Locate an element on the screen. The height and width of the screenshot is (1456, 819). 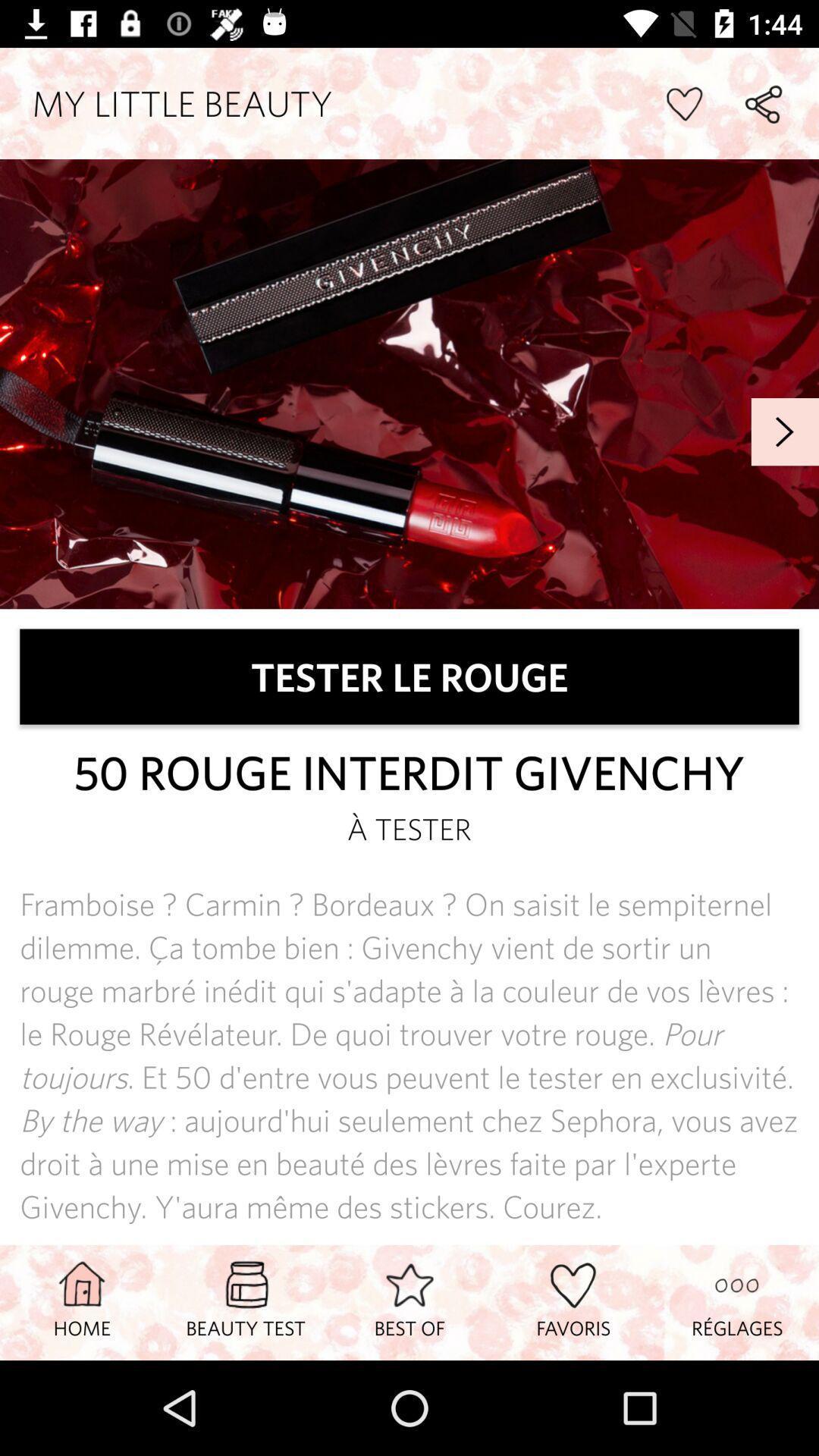
my little beauty is located at coordinates (409, 384).